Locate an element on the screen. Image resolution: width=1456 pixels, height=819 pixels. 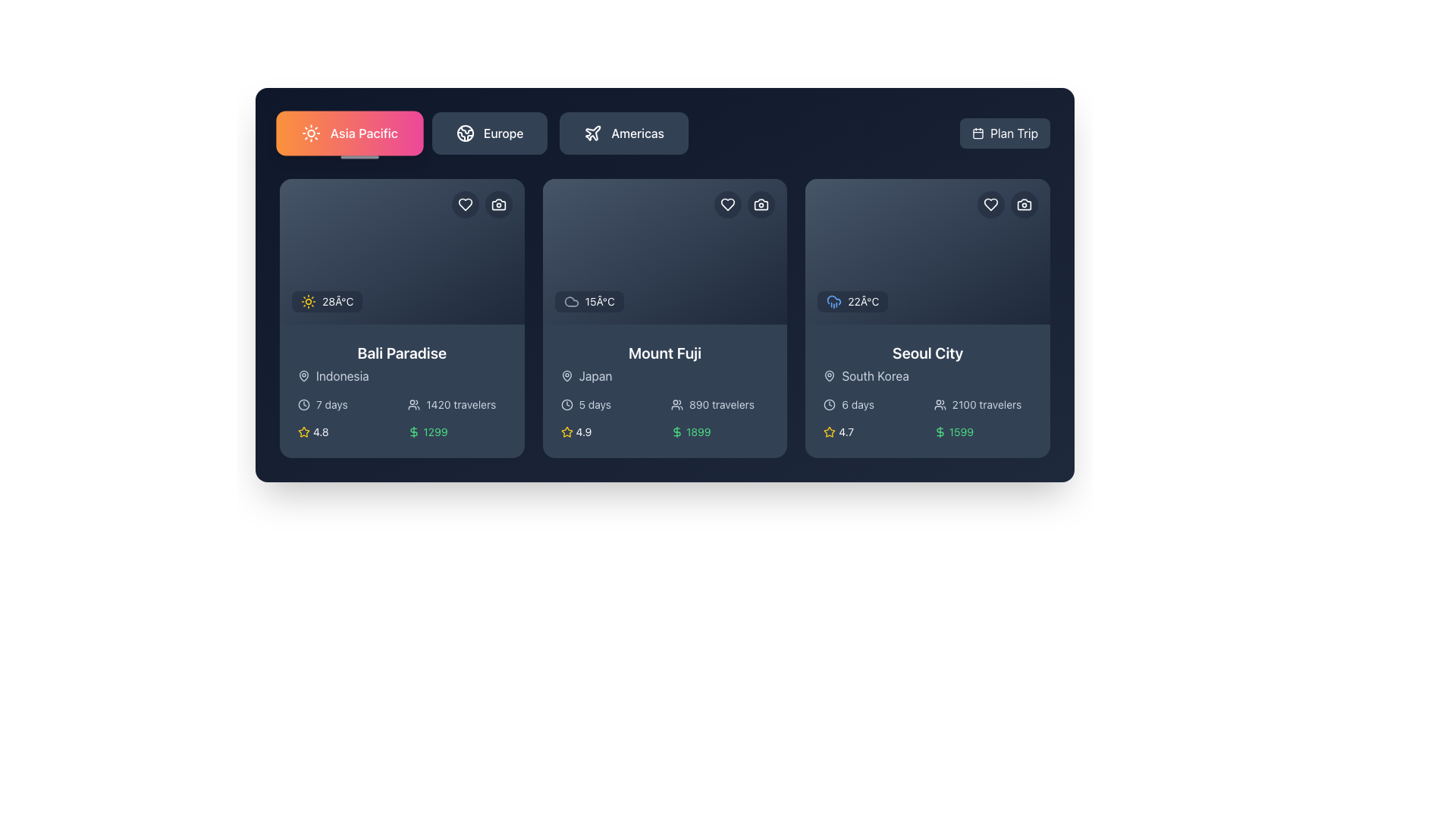
the SVG-based map pin icon located to the left of the text 'Indonesia' in the top-left corner of the 'Bali Paradise' card is located at coordinates (303, 375).